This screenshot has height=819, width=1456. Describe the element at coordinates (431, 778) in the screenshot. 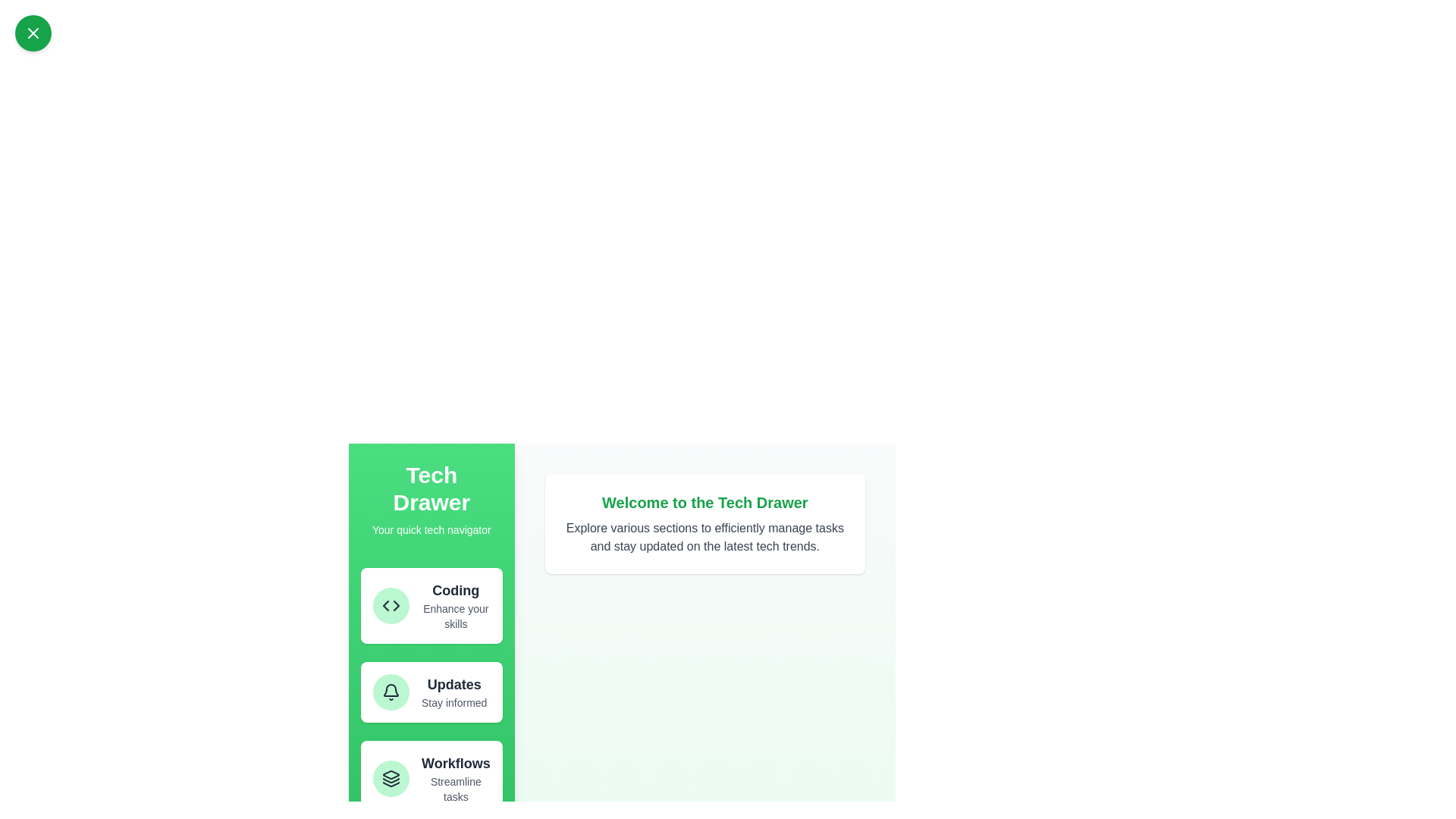

I see `the item Workflows in the drawer` at that location.